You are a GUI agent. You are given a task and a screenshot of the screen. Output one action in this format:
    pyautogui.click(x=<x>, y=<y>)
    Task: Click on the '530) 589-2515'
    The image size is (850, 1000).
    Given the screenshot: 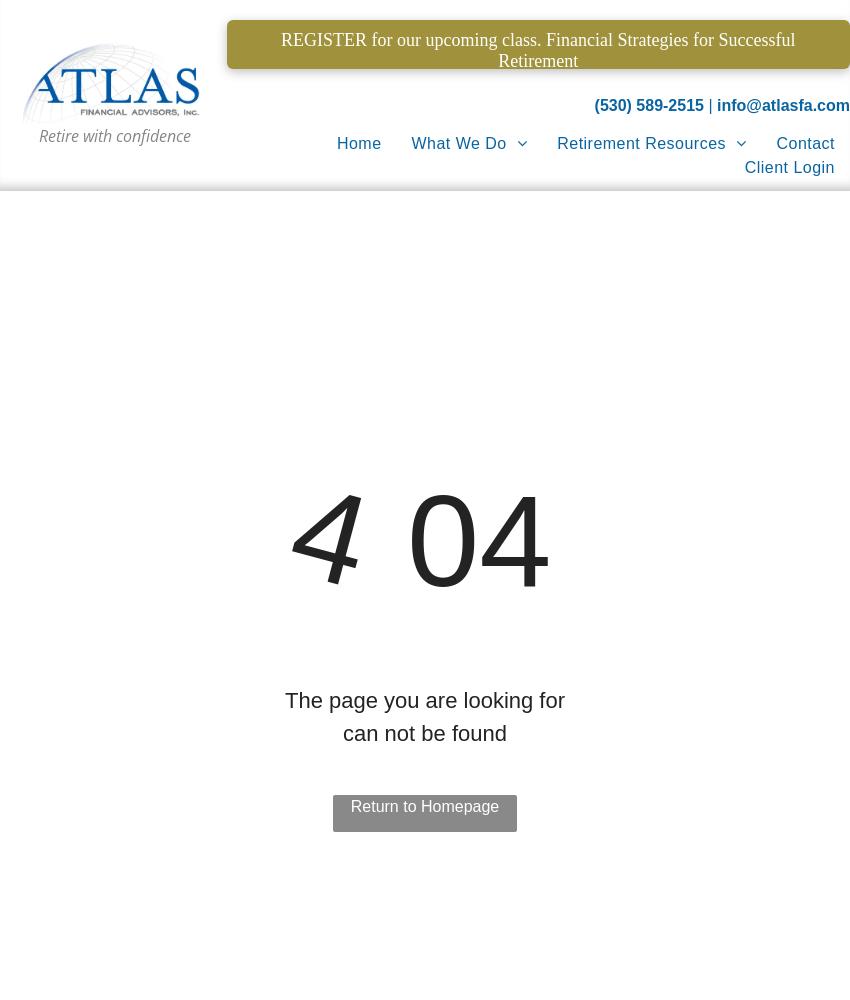 What is the action you would take?
    pyautogui.click(x=651, y=104)
    